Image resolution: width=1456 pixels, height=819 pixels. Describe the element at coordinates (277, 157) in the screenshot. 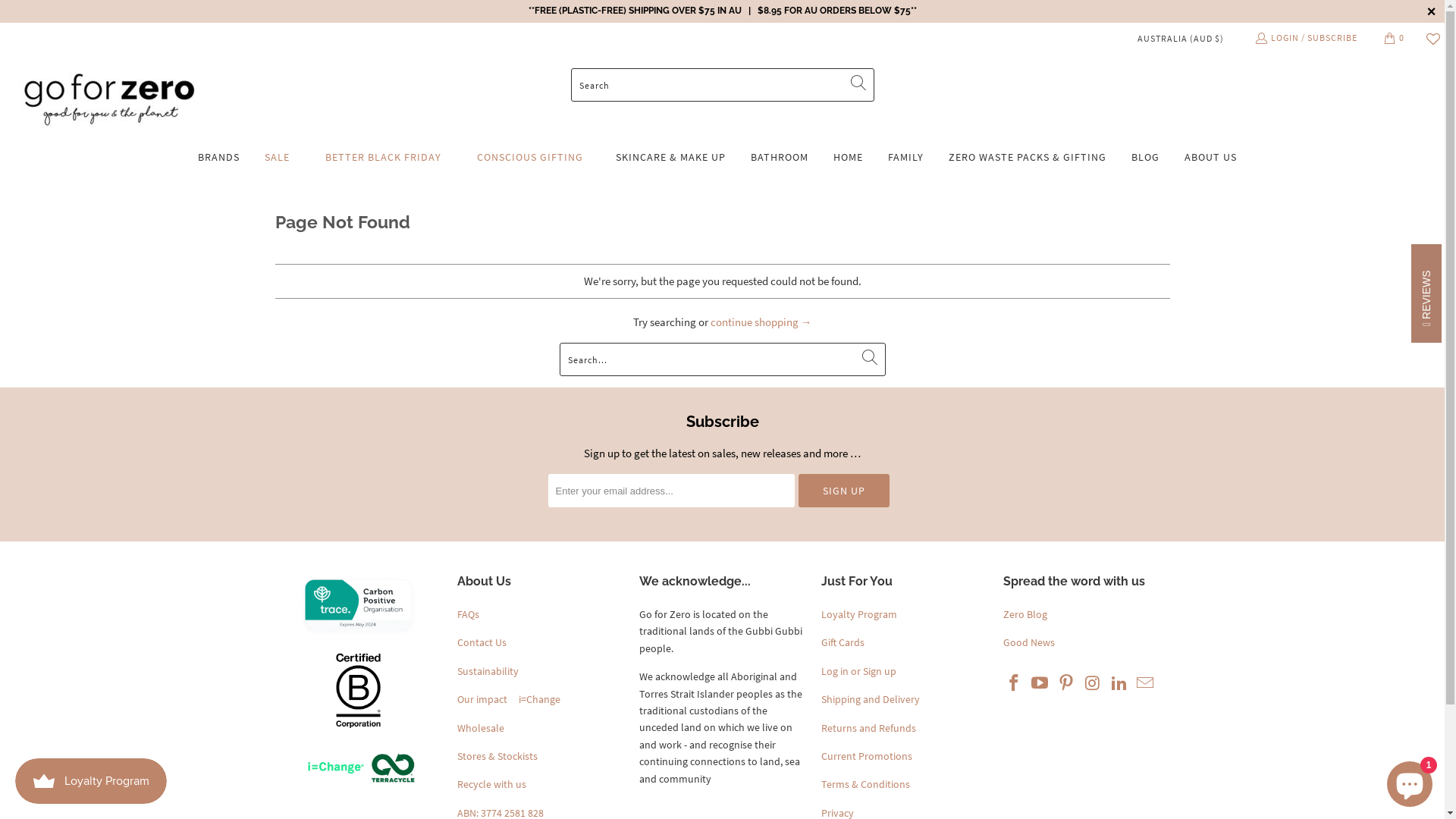

I see `'SALE'` at that location.